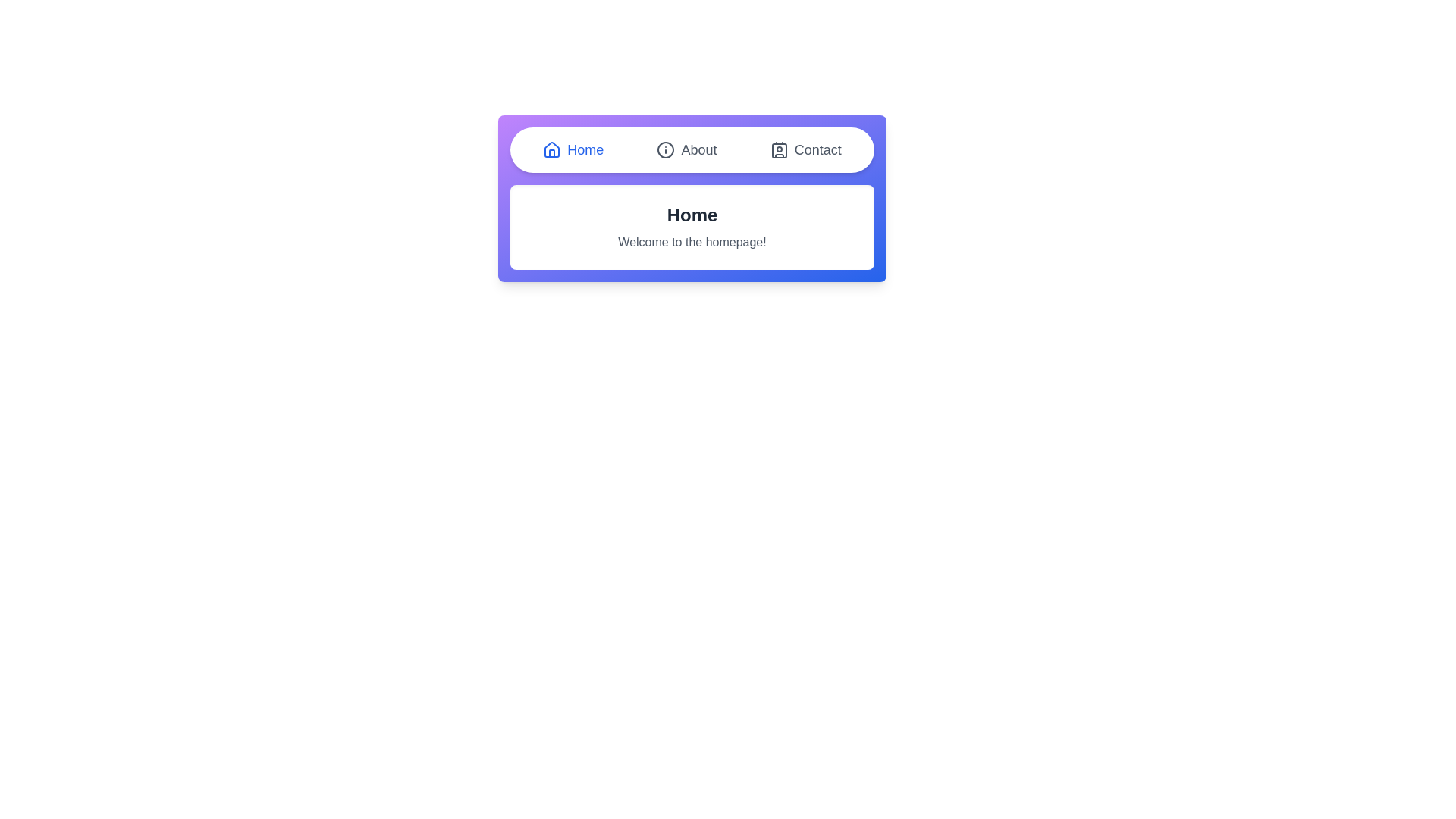 This screenshot has width=1456, height=819. I want to click on the tab labeled Contact to see the hover effect, so click(805, 149).